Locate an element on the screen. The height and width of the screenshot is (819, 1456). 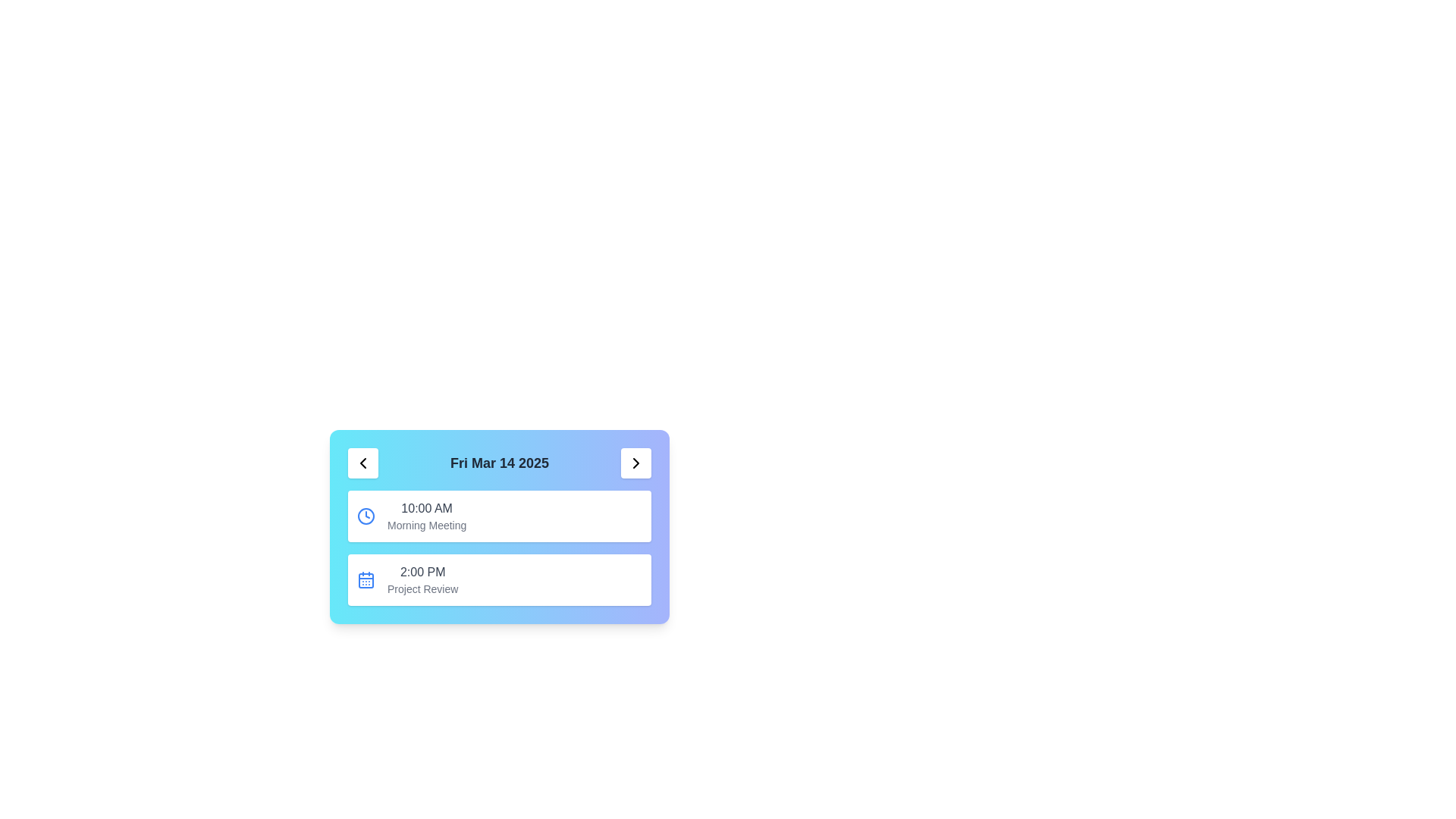
text contained in the List of schedulable events or items, which is centrally located within a card component below the header displaying 'Fri Mar 14 2025' is located at coordinates (499, 548).